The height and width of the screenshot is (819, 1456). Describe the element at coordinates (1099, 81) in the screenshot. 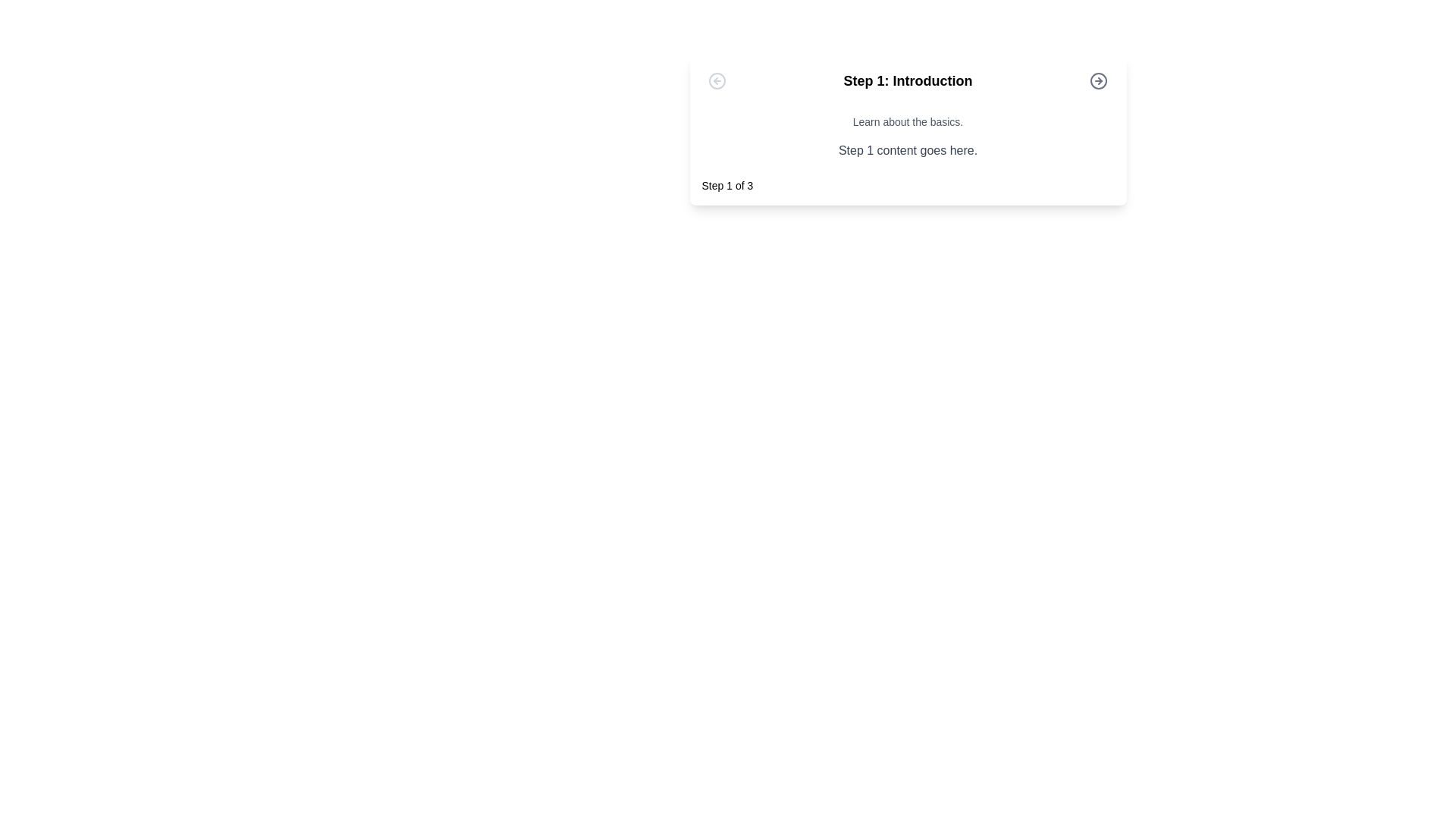

I see `the circular button with a right-pointing arrow located in the top-right corner of the card` at that location.